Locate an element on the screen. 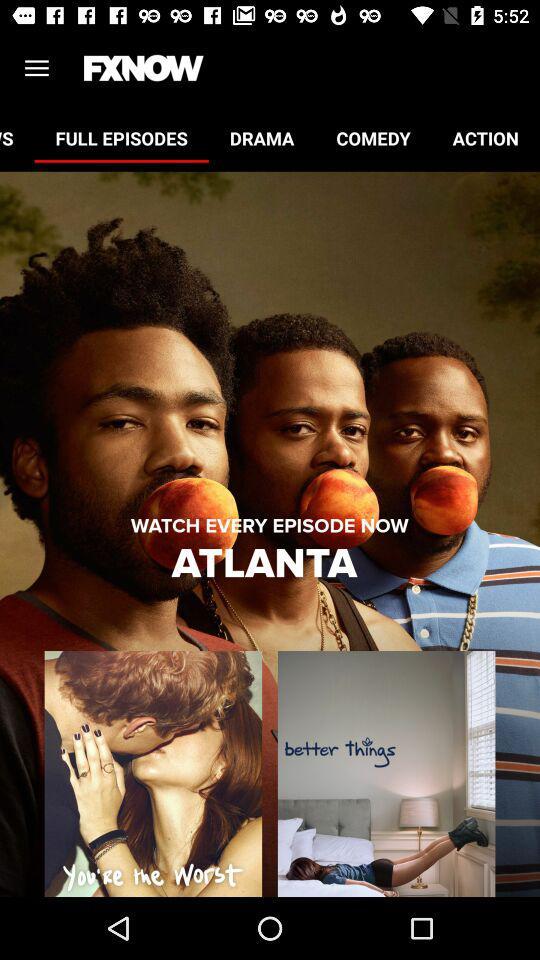  the full episodes item is located at coordinates (121, 137).